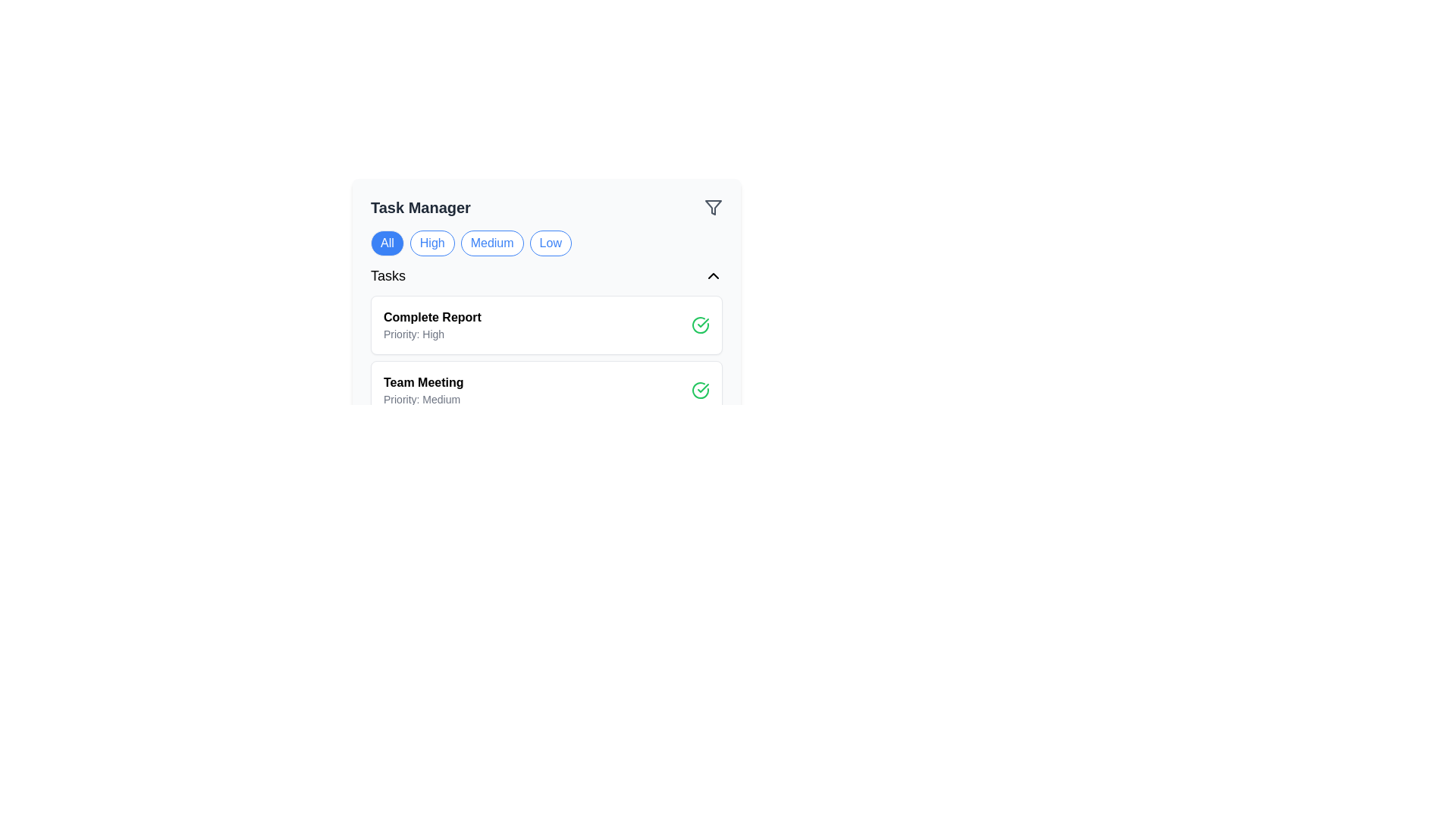  What do you see at coordinates (702, 388) in the screenshot?
I see `the vector icon component that signifies task completion, located inside a circular badge to the right of the task title 'Complete Report'` at bounding box center [702, 388].